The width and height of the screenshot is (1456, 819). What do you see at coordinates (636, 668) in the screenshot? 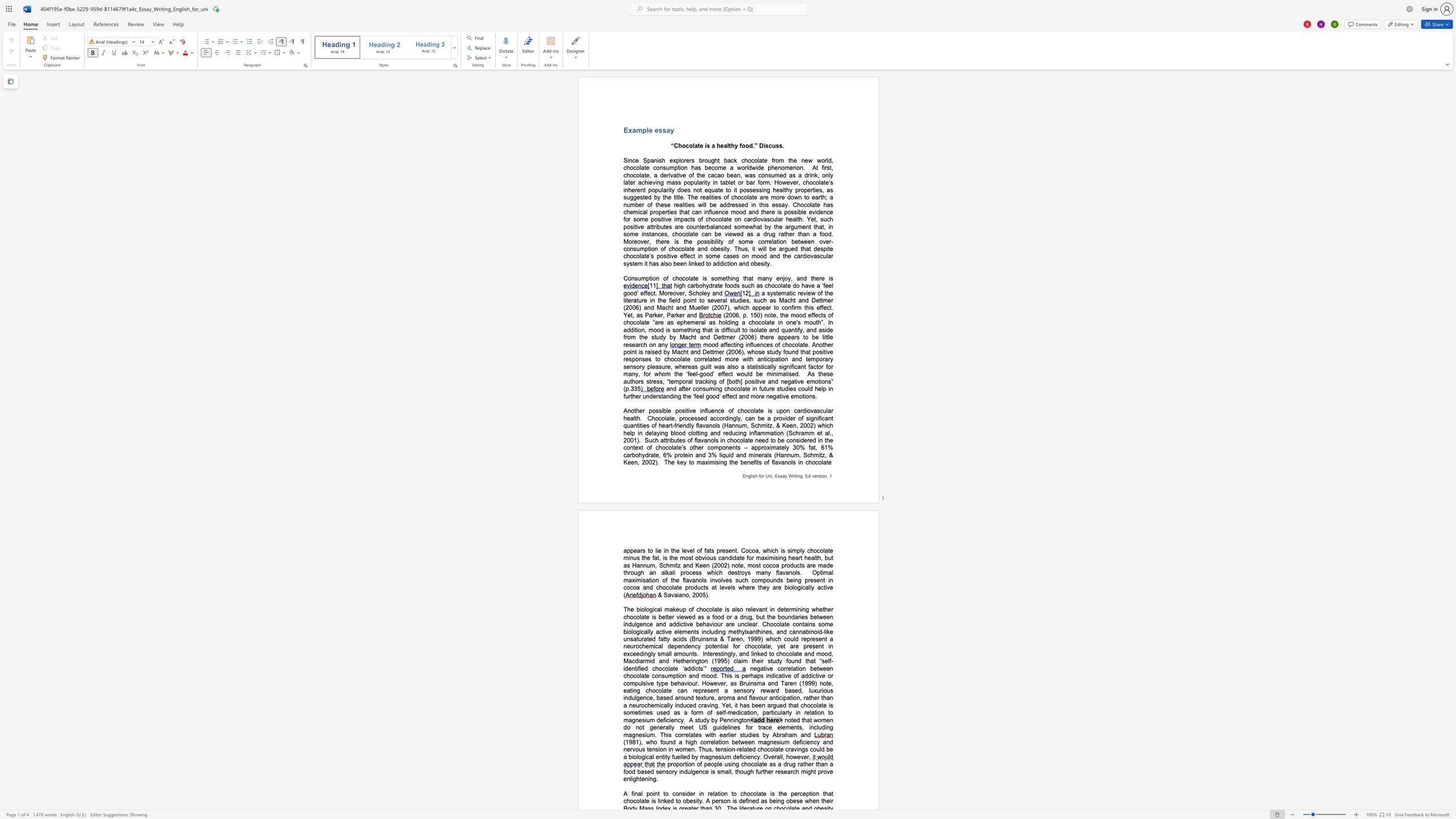
I see `the subset text "ified chocolat" within the text "mood, Macdiarmid and Hetherington (1995) claim their study found that “self-identified chocolate ‘addicts’”"` at bounding box center [636, 668].